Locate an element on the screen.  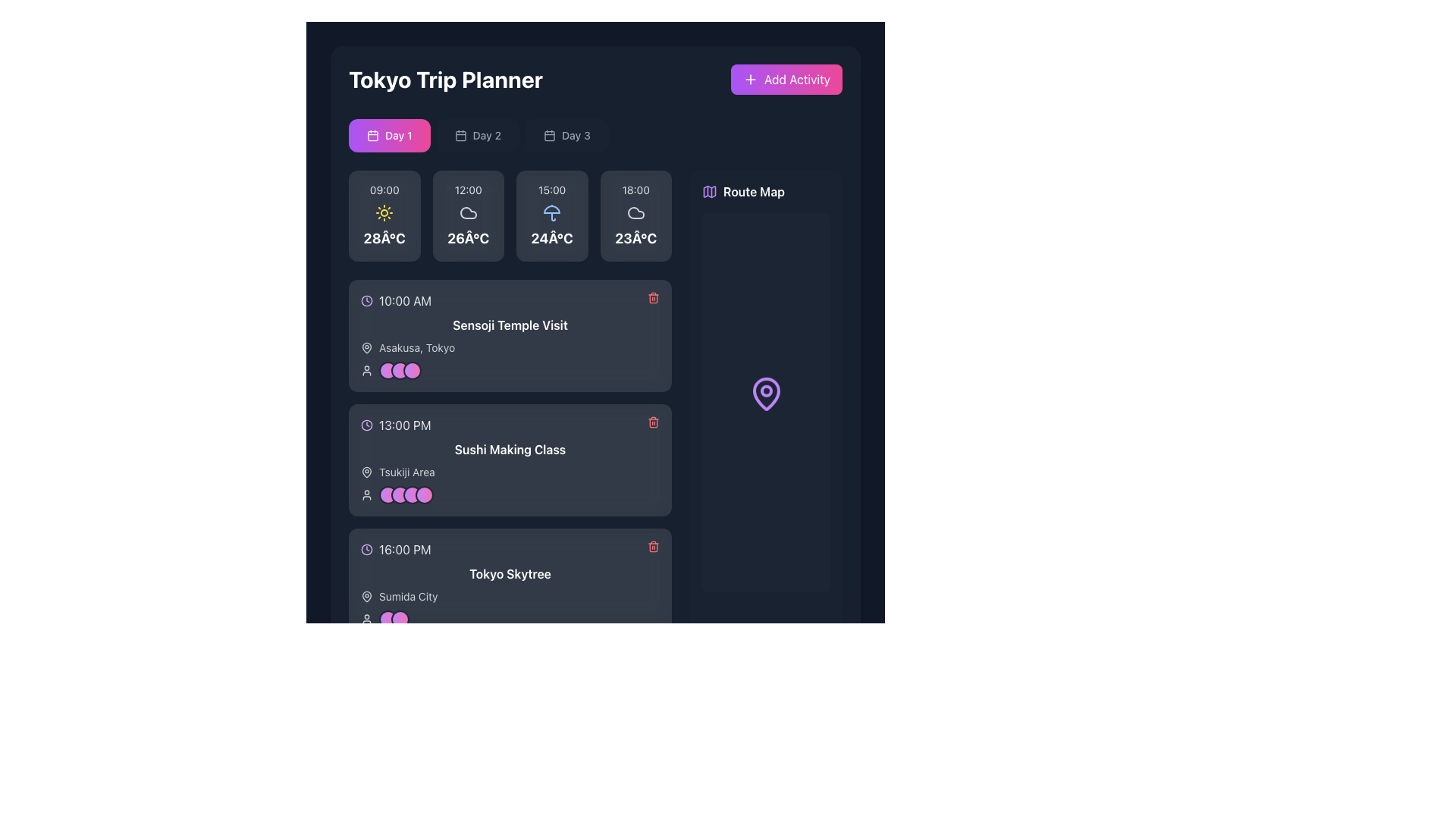
the map pin icon, which is a vector-based outline design indicating location, positioned before the text 'Asakusa, Tokyo' is located at coordinates (367, 348).